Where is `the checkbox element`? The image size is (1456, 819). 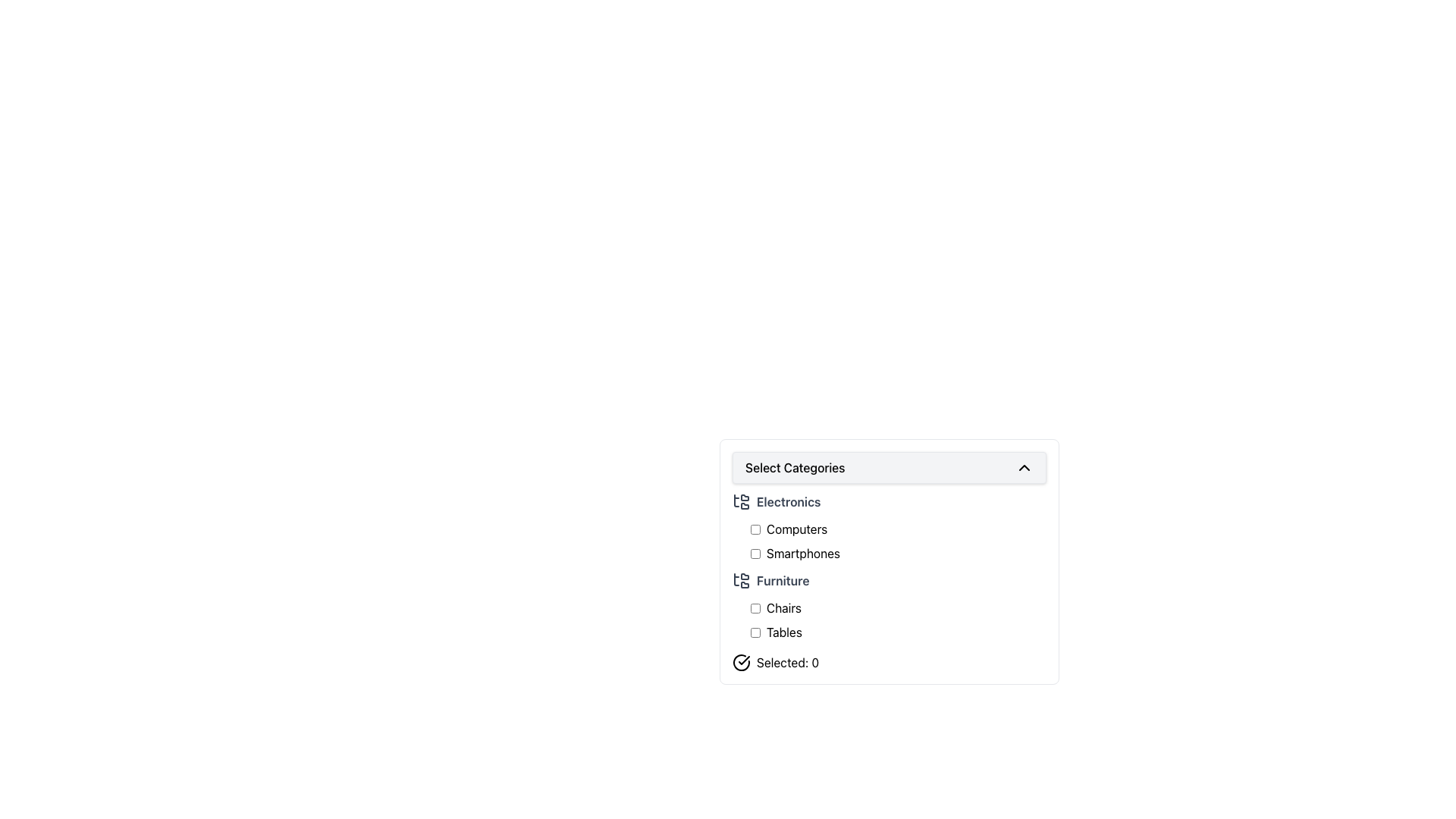 the checkbox element is located at coordinates (755, 607).